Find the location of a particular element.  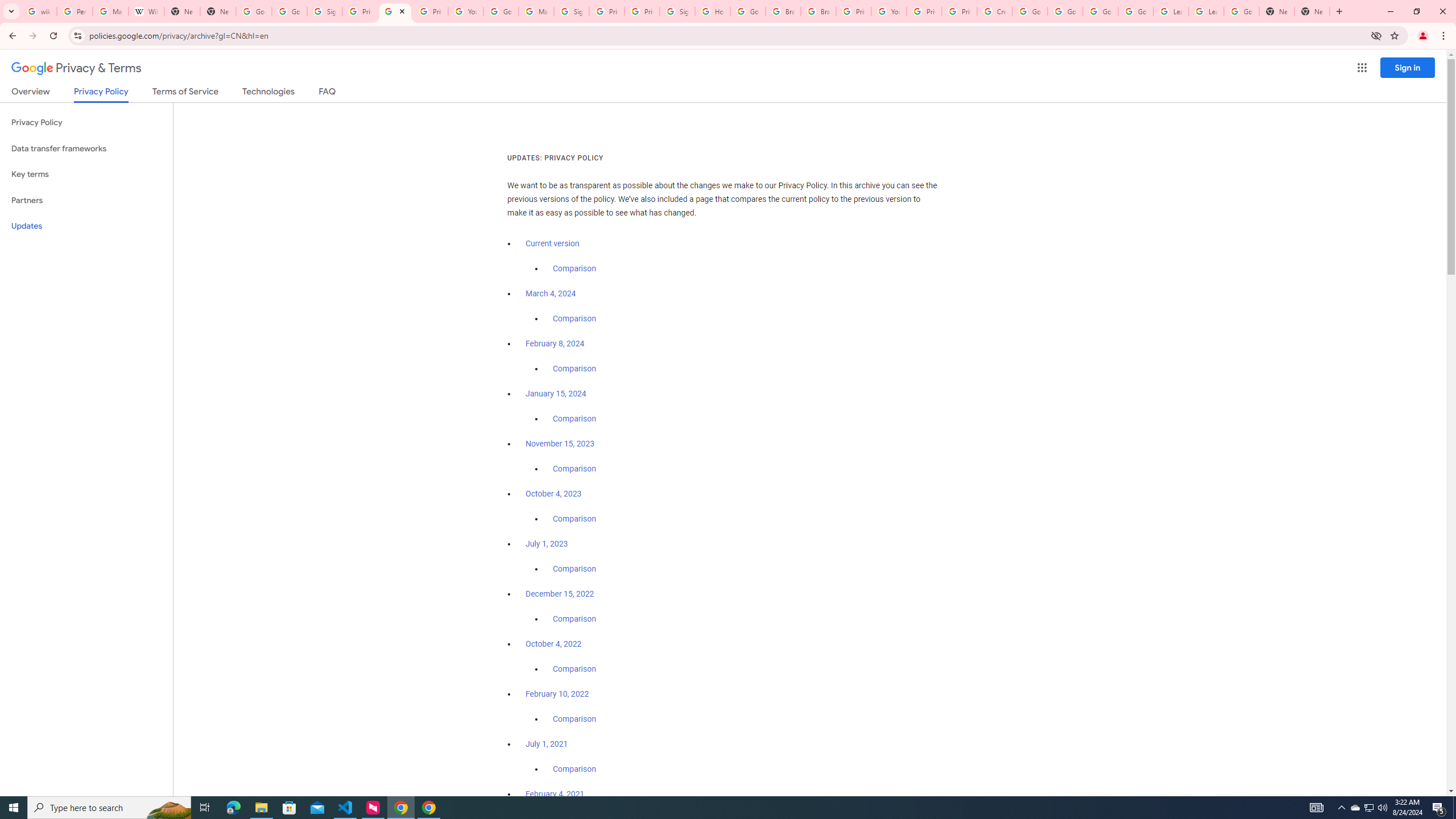

'July 1, 2023' is located at coordinates (547, 543).